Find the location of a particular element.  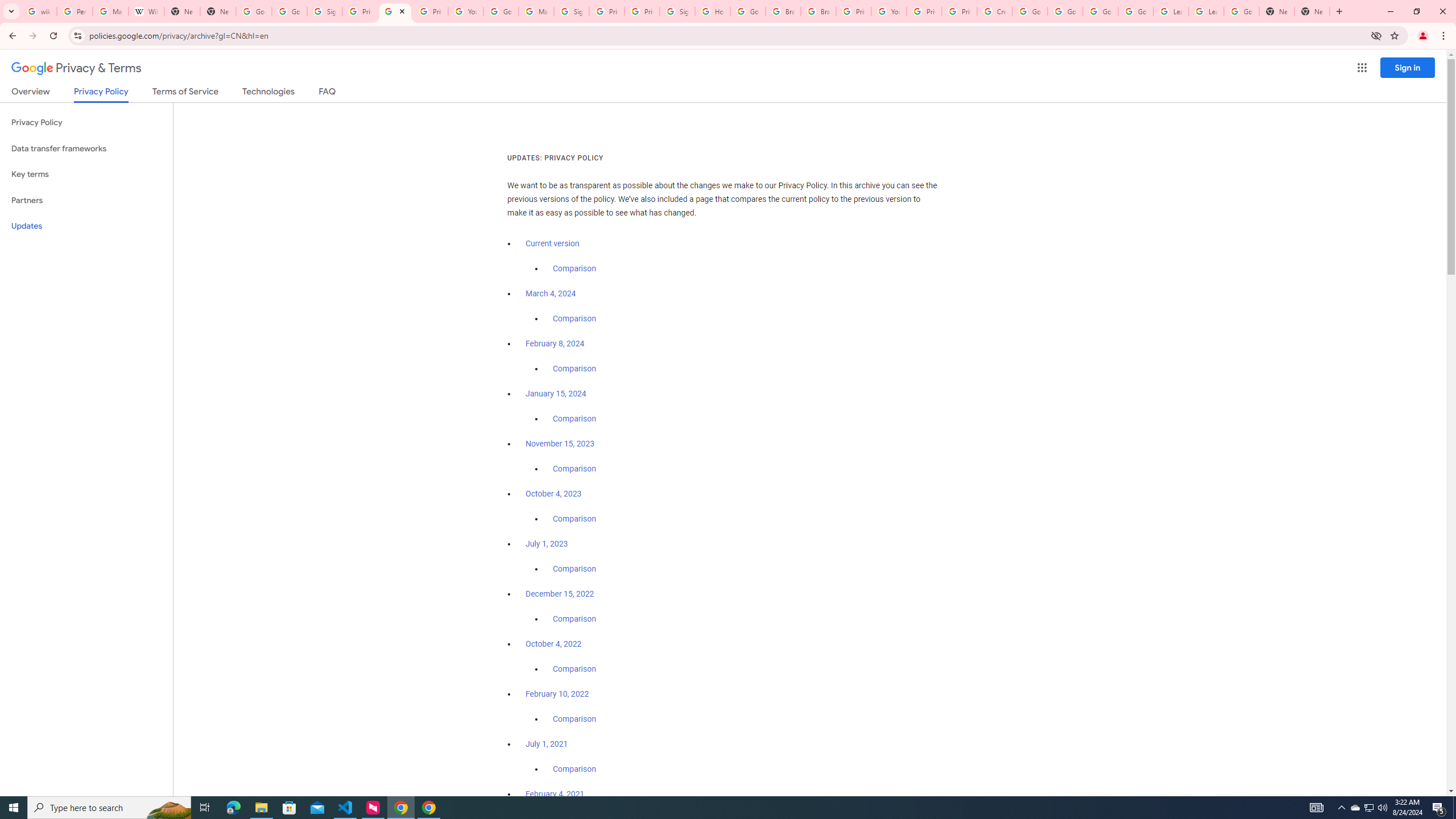

'July 1, 2023' is located at coordinates (547, 543).